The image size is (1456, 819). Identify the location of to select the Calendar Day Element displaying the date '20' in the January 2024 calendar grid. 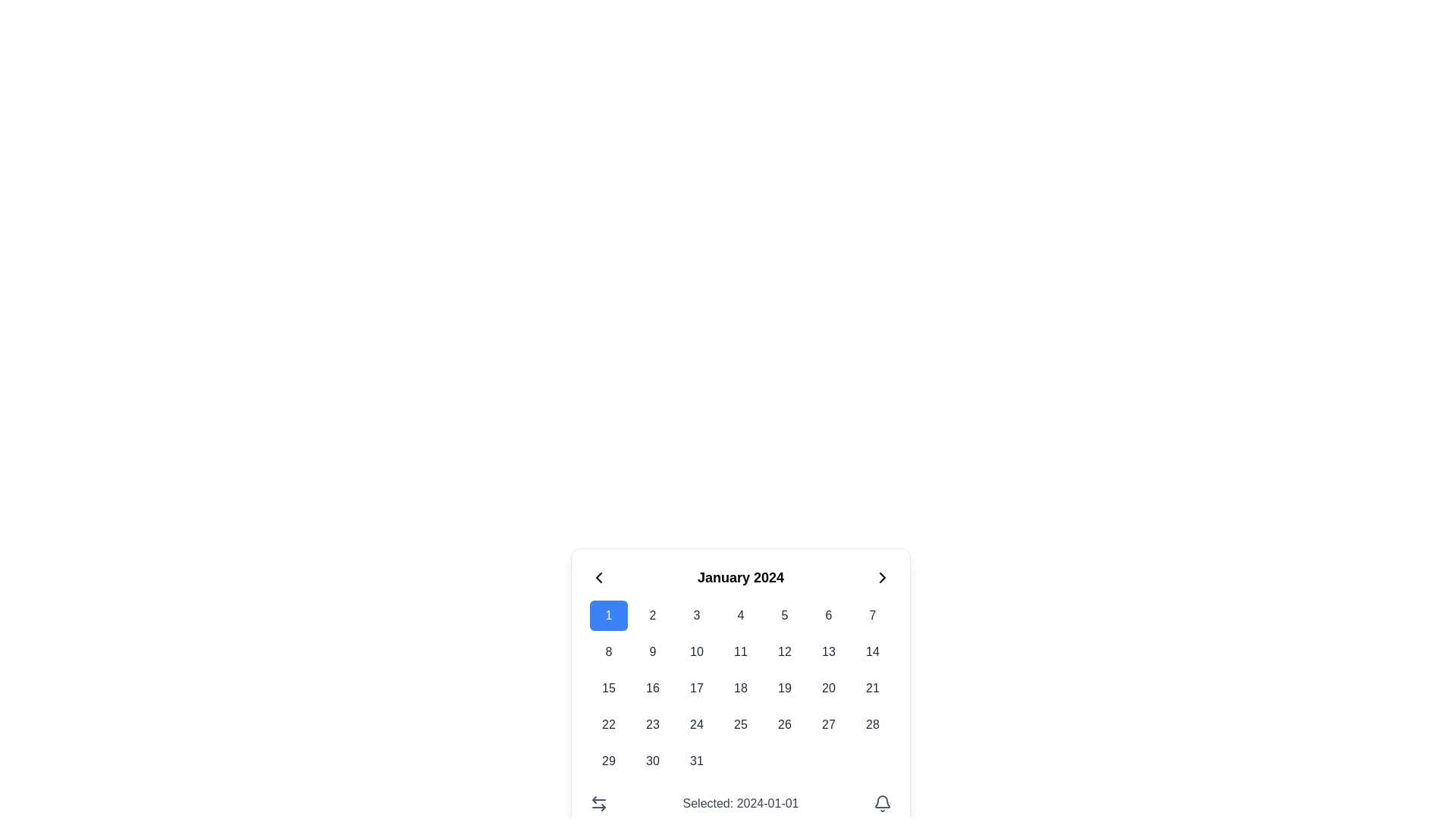
(828, 688).